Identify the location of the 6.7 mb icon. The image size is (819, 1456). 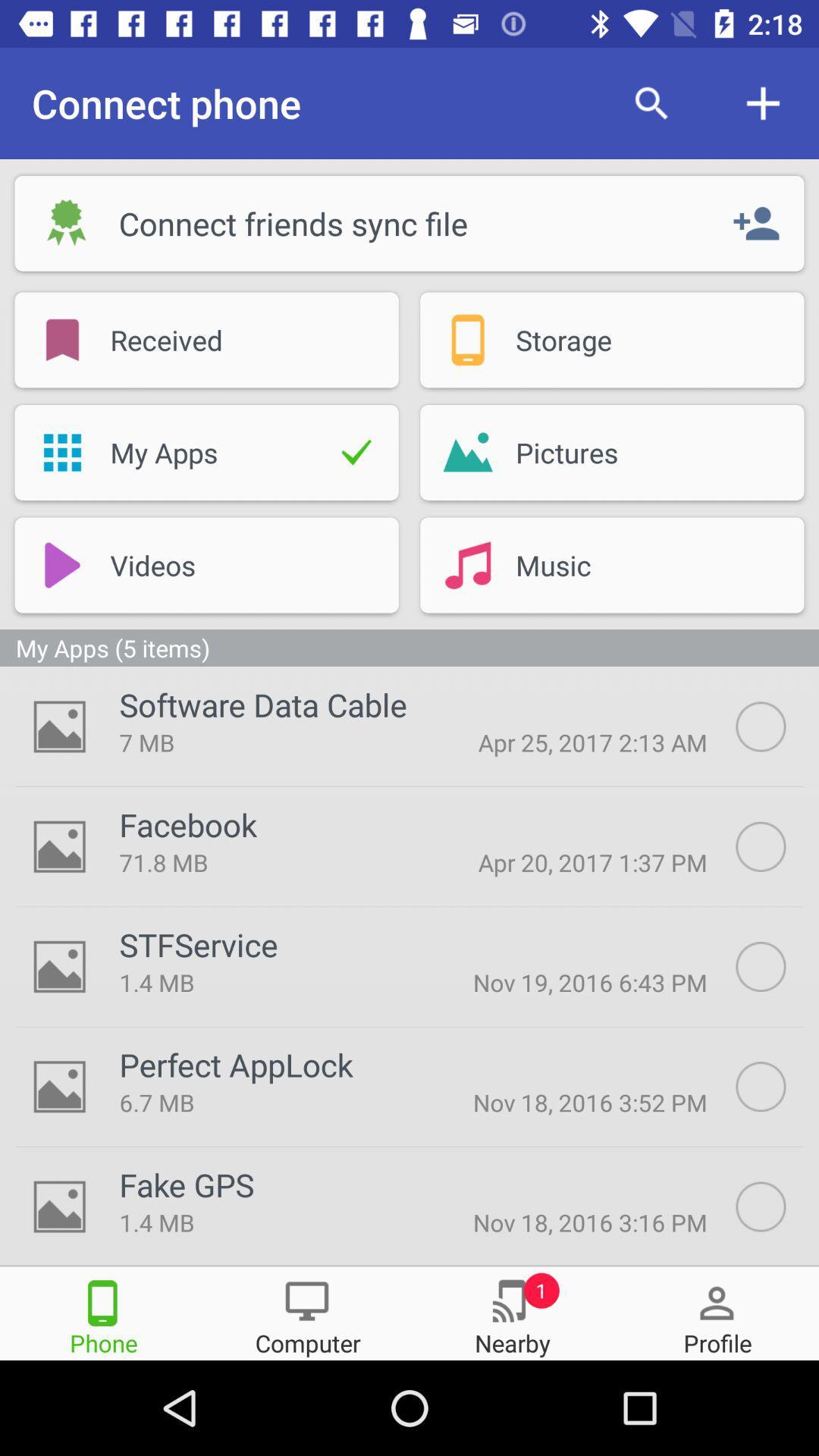
(265, 1102).